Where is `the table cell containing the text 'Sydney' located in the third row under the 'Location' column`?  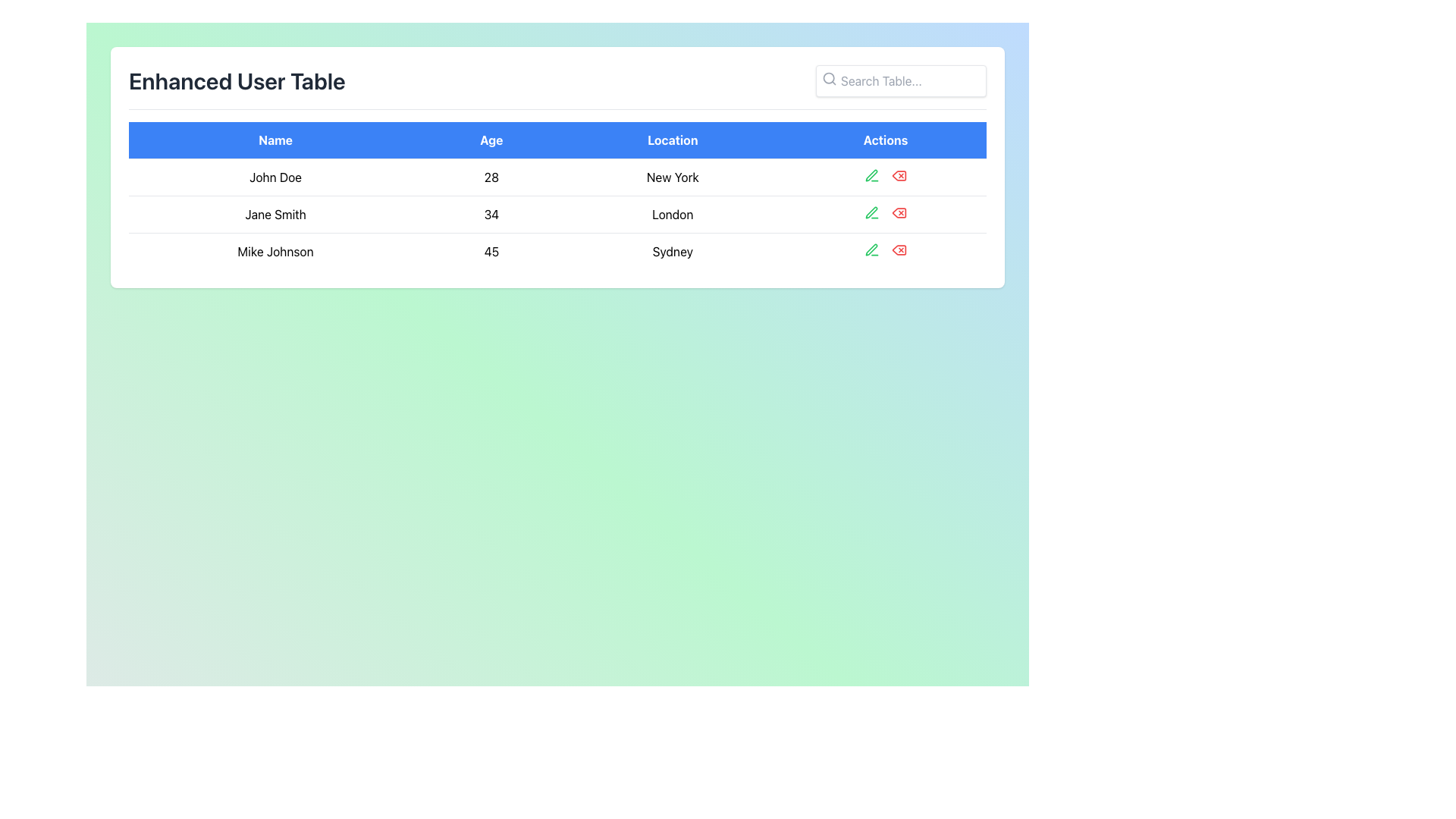 the table cell containing the text 'Sydney' located in the third row under the 'Location' column is located at coordinates (672, 250).